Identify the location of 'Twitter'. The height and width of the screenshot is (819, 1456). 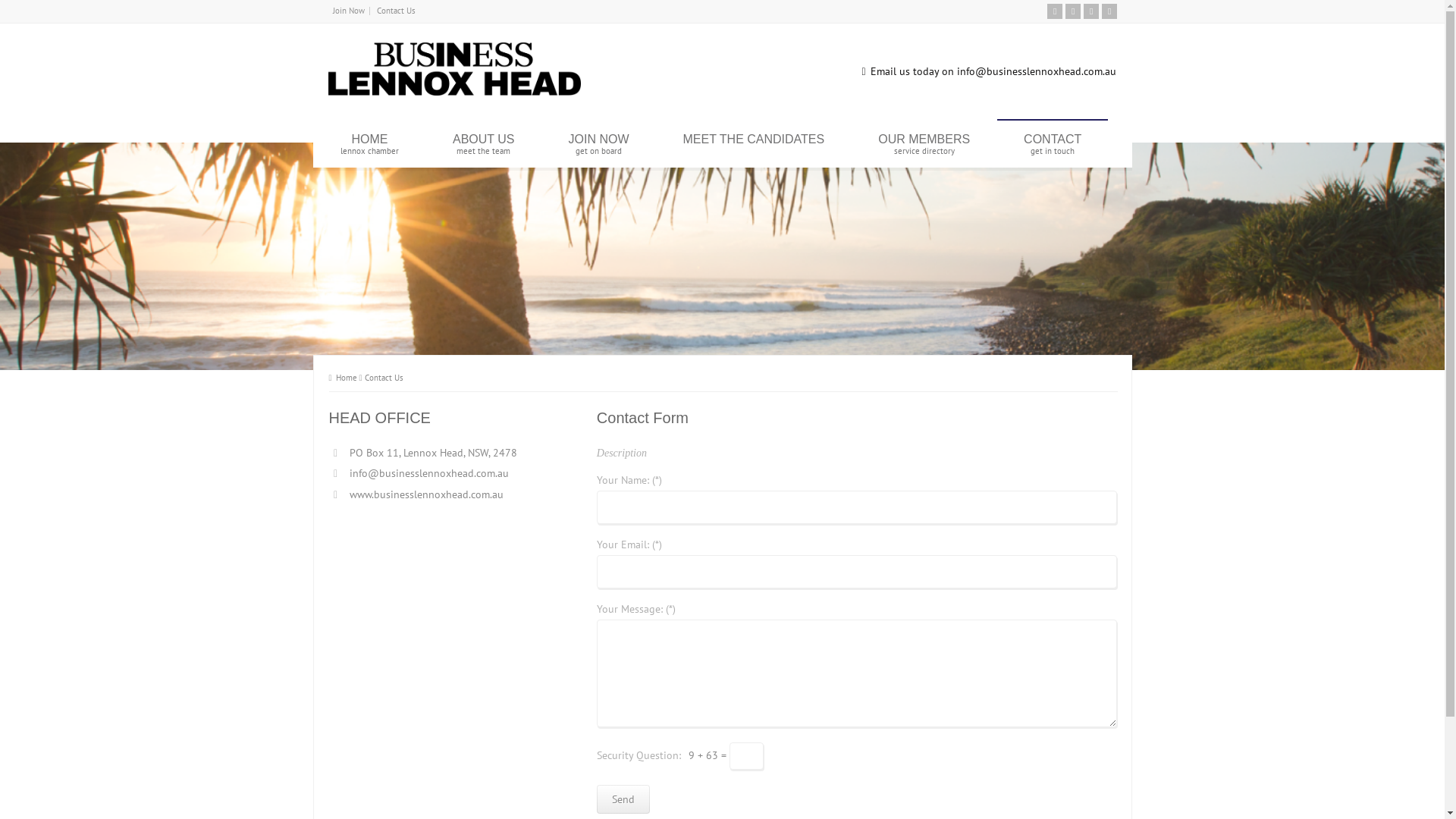
(1072, 11).